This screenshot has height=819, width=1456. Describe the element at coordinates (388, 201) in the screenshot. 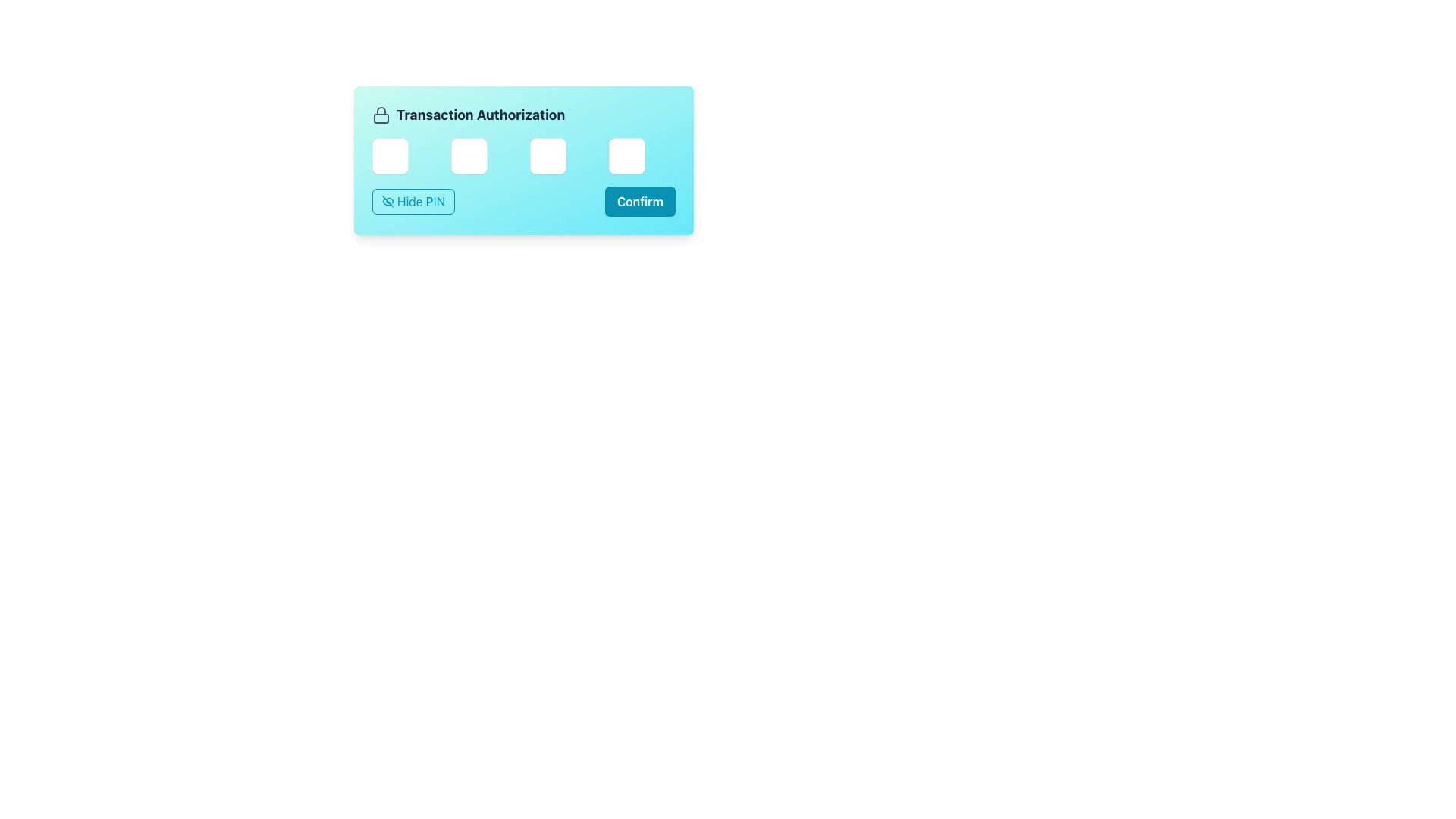

I see `the eye icon with a slash located to the left of the text 'Hide PIN' within the button at the bottom left of the transaction authorization interface` at that location.